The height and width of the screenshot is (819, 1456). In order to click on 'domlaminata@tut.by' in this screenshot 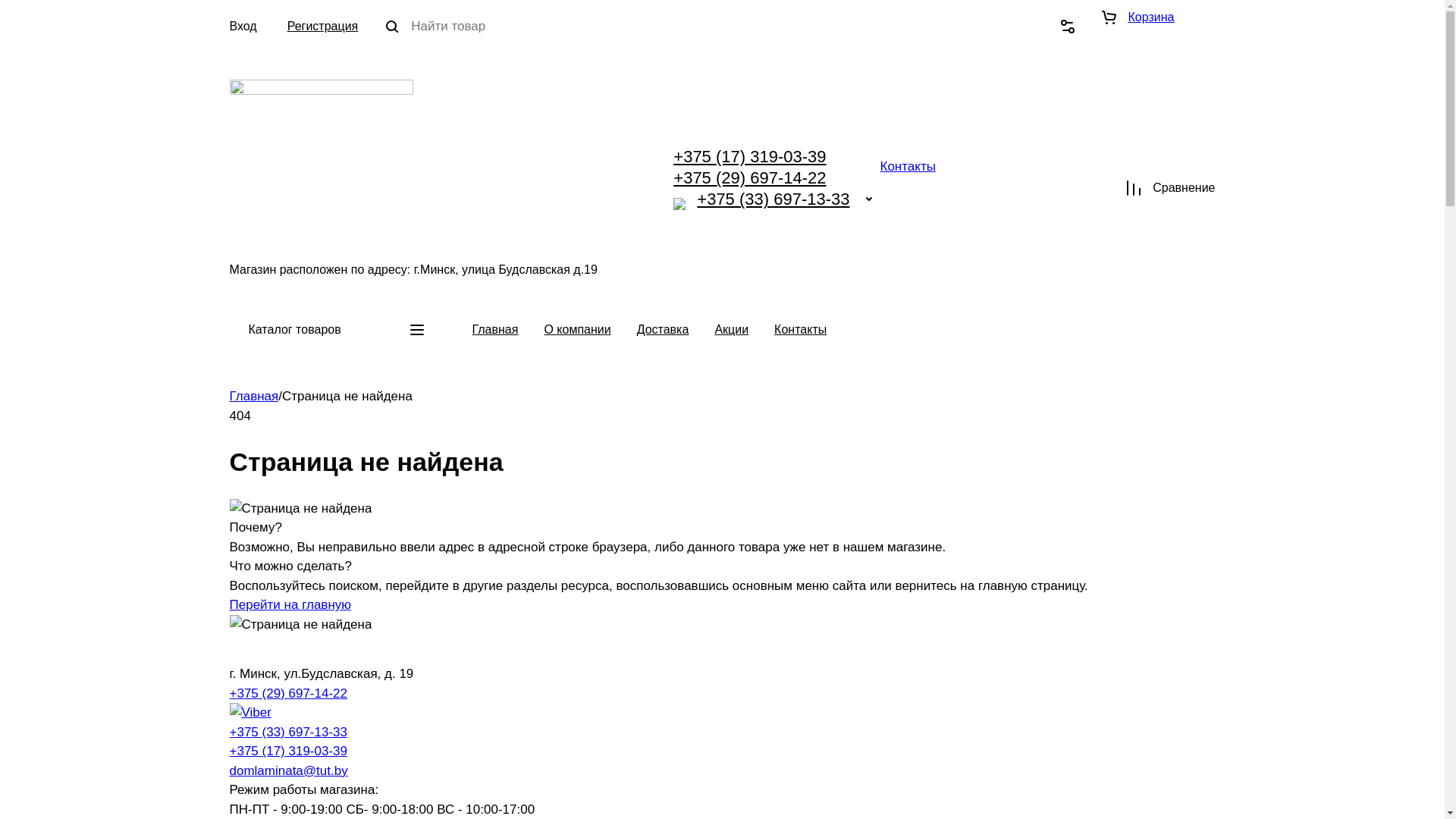, I will do `click(287, 770)`.